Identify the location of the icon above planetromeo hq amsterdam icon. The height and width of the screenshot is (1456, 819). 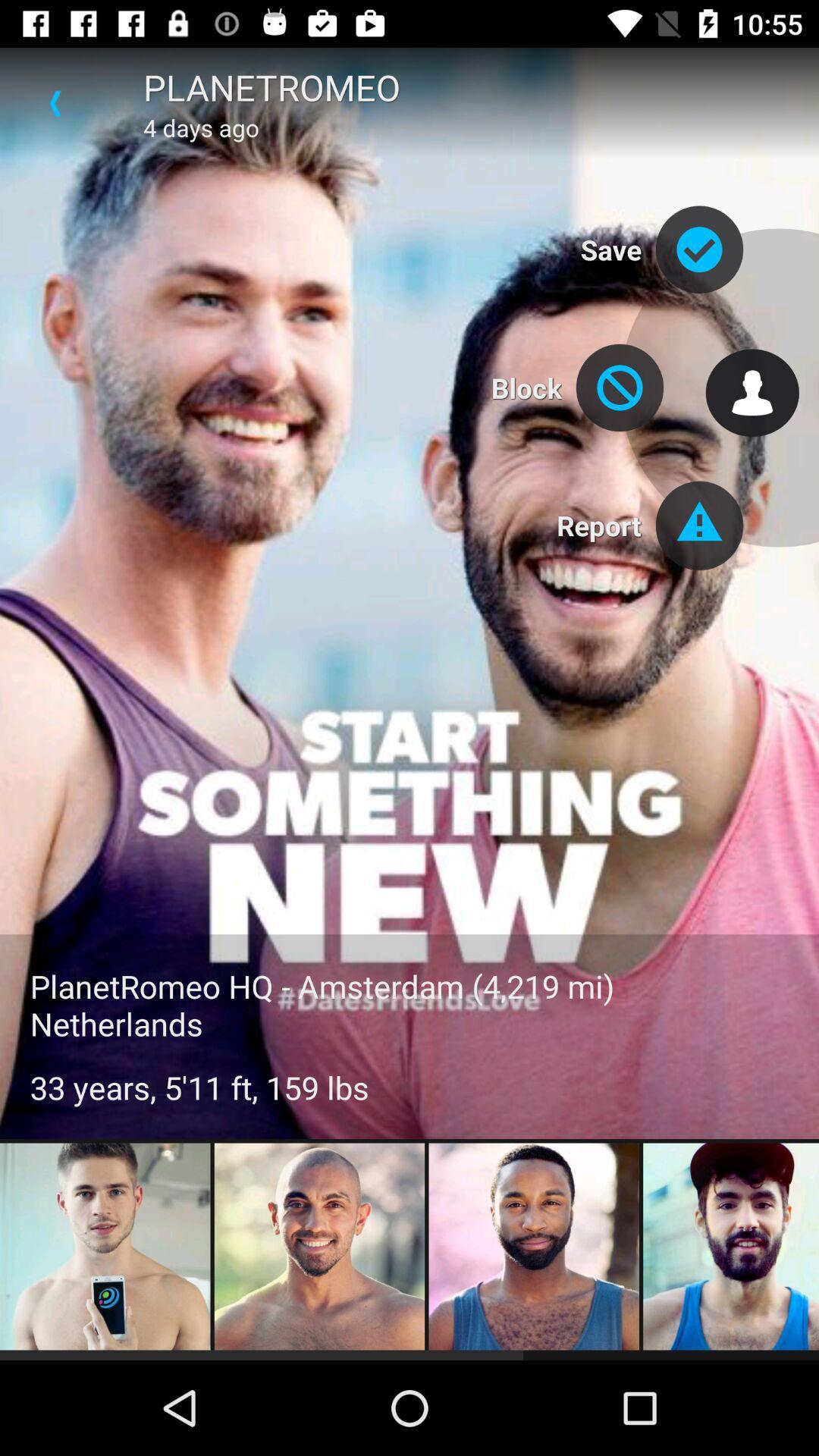
(55, 102).